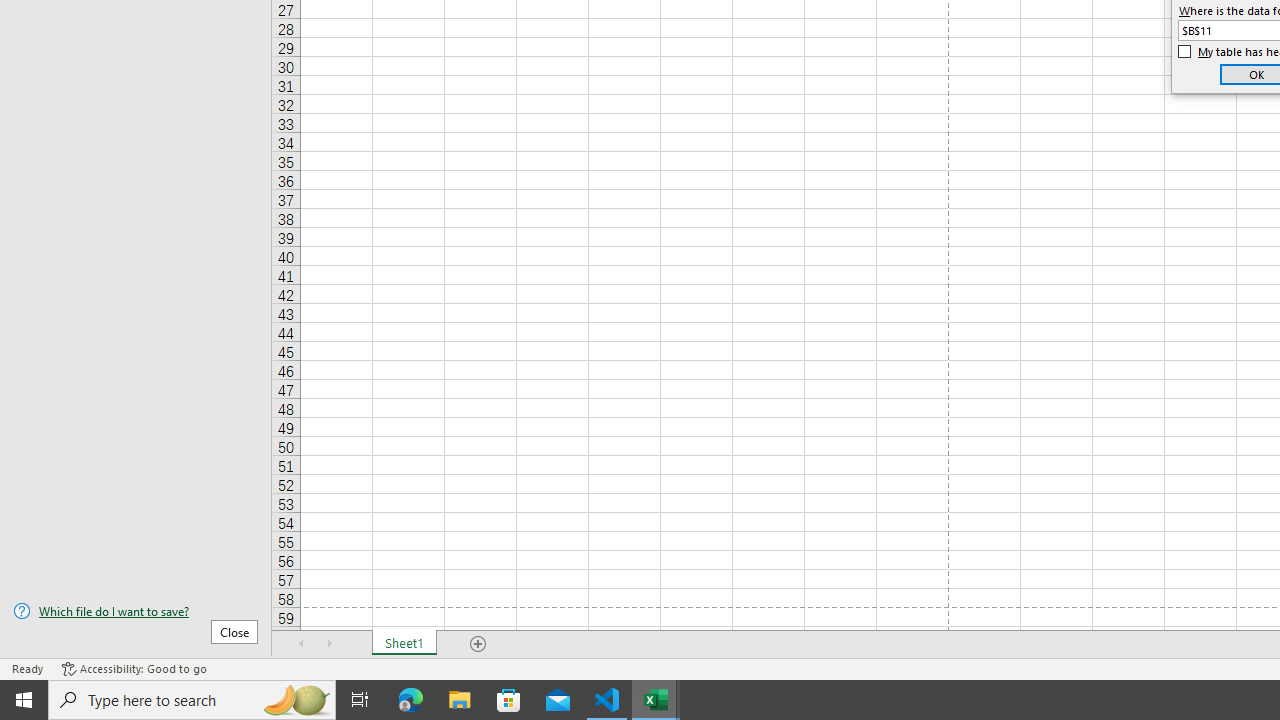 This screenshot has width=1280, height=720. I want to click on 'Close', so click(234, 631).